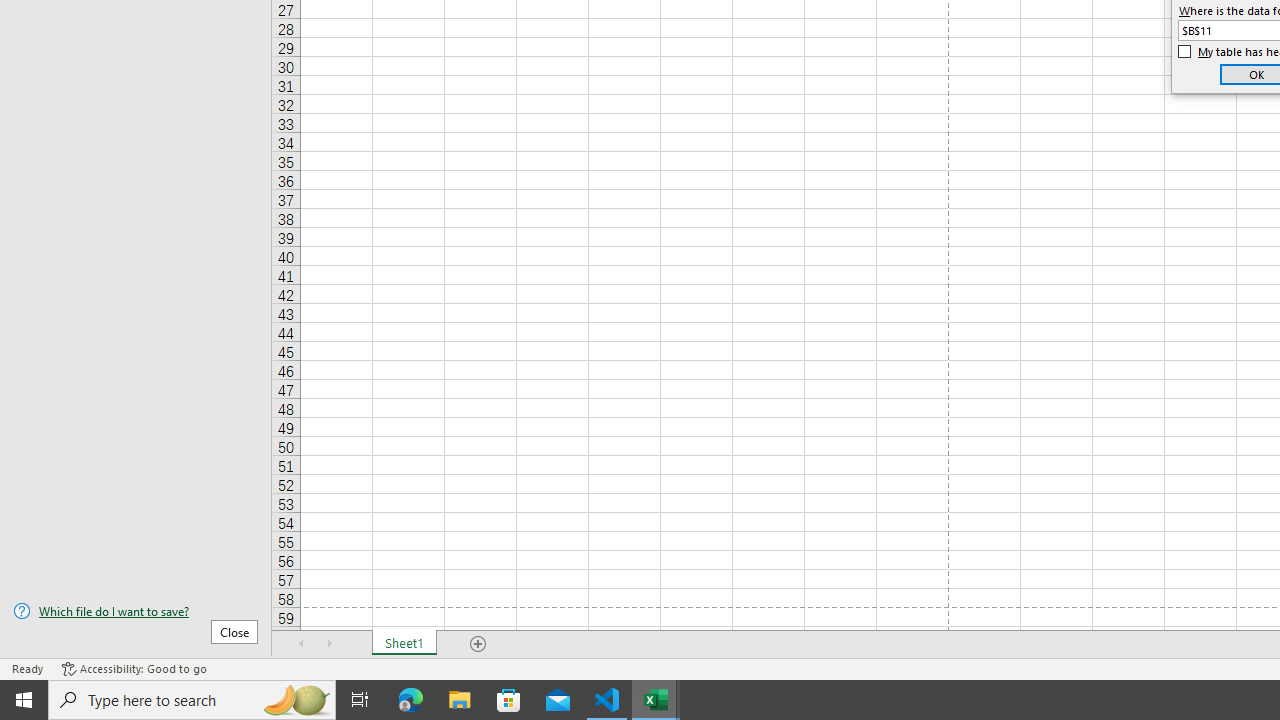 This screenshot has width=1280, height=720. I want to click on 'Close', so click(234, 631).